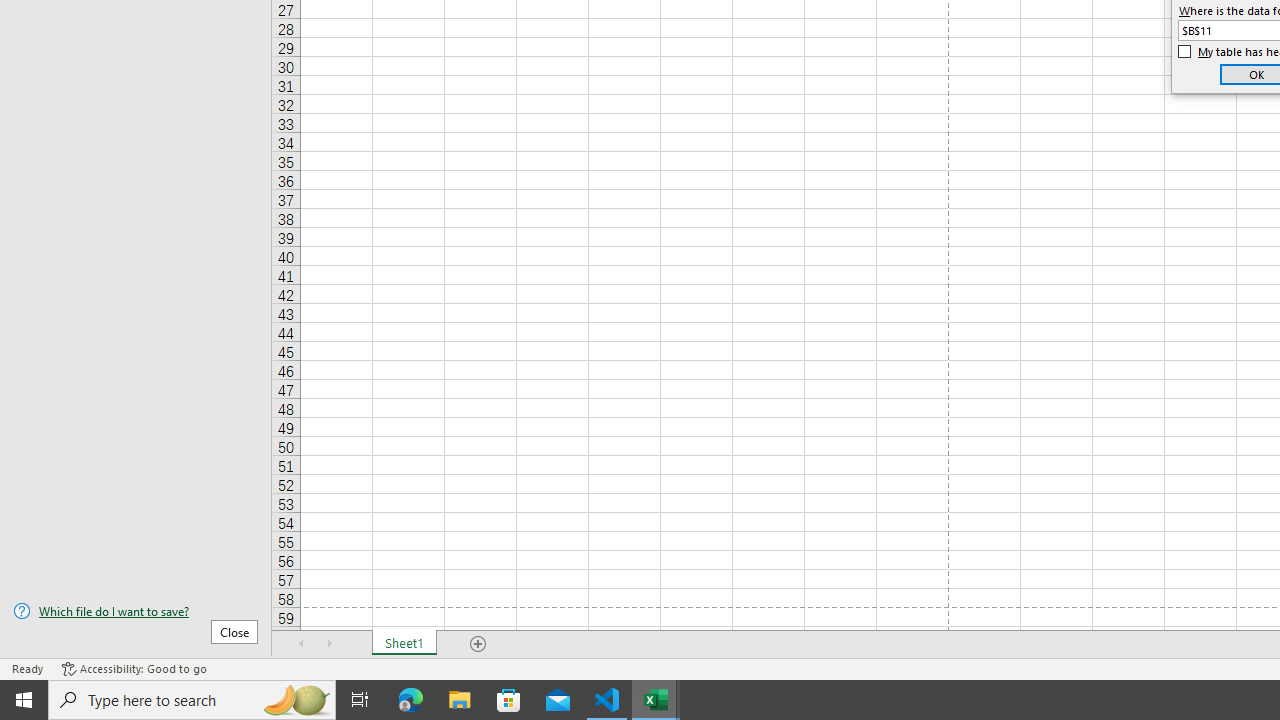 This screenshot has width=1280, height=720. I want to click on 'Close', so click(234, 631).